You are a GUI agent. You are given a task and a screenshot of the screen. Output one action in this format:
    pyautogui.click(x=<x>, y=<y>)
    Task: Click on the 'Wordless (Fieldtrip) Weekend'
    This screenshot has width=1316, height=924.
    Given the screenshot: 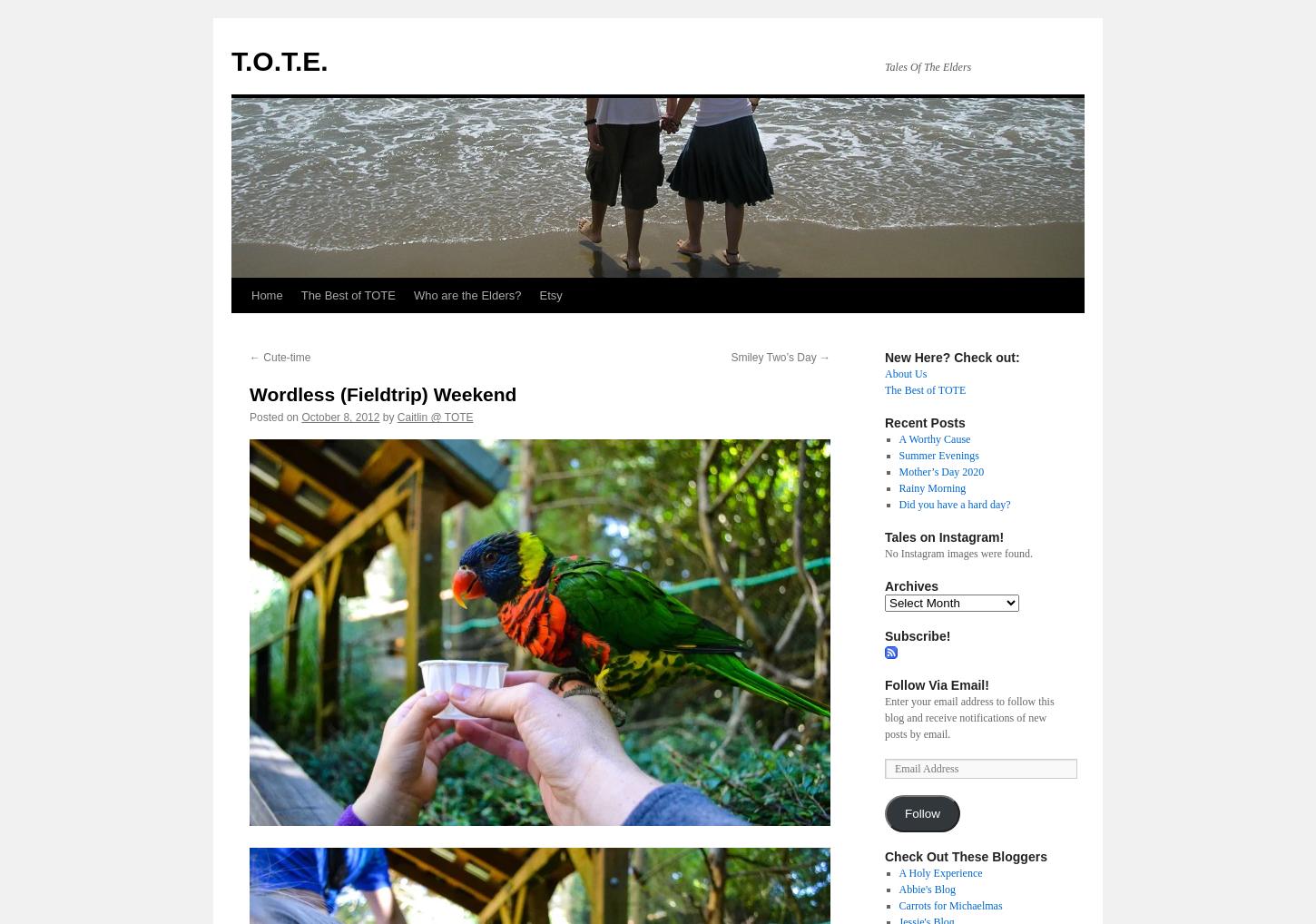 What is the action you would take?
    pyautogui.click(x=381, y=393)
    